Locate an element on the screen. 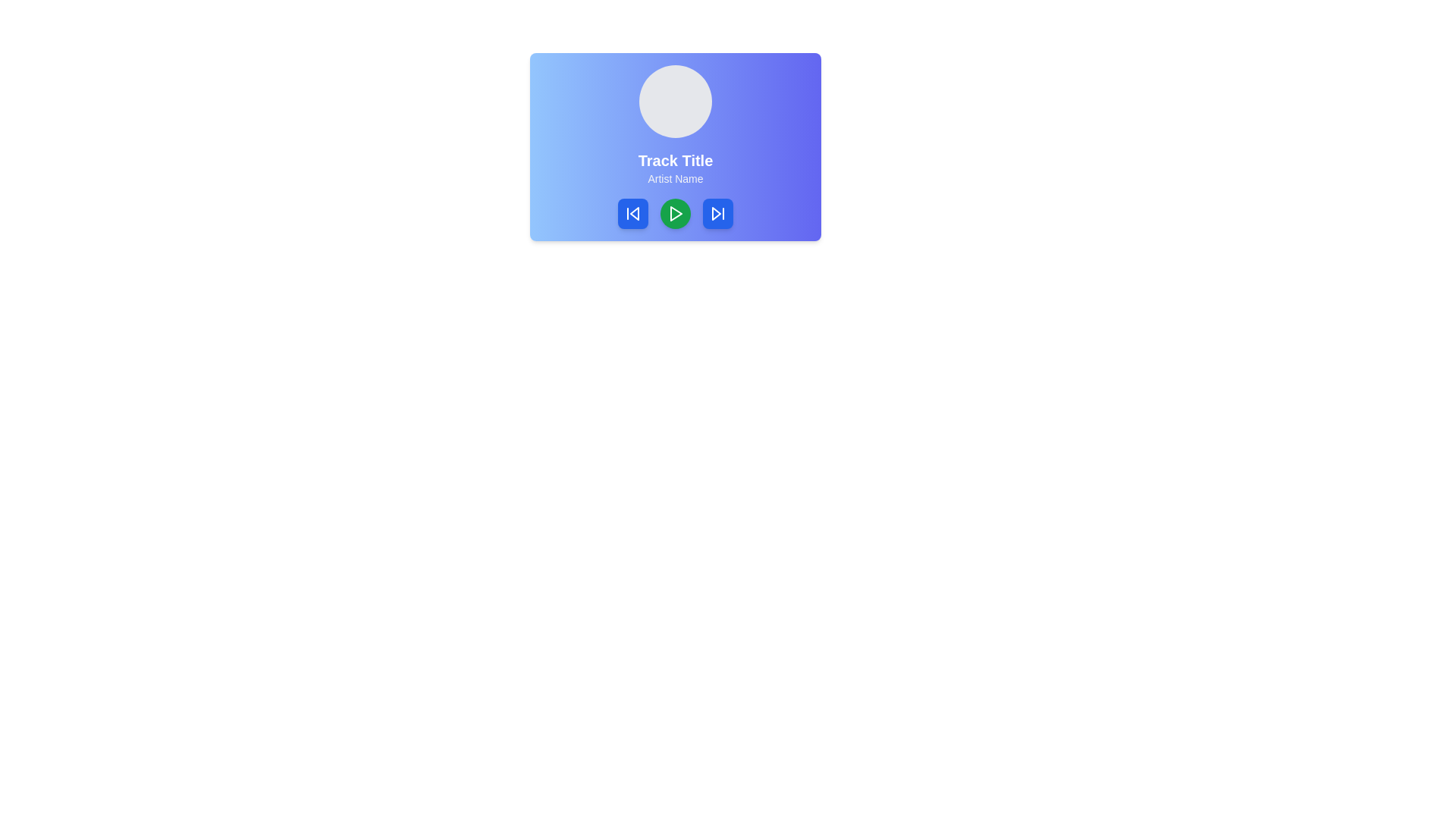 The image size is (1456, 819). the 'Track Title' text label element, which is bold, large, and white-colored, located in the center of a card layout with a gradient blue background, positioned below a circular placeholder and above the 'Artist Name' text is located at coordinates (675, 161).